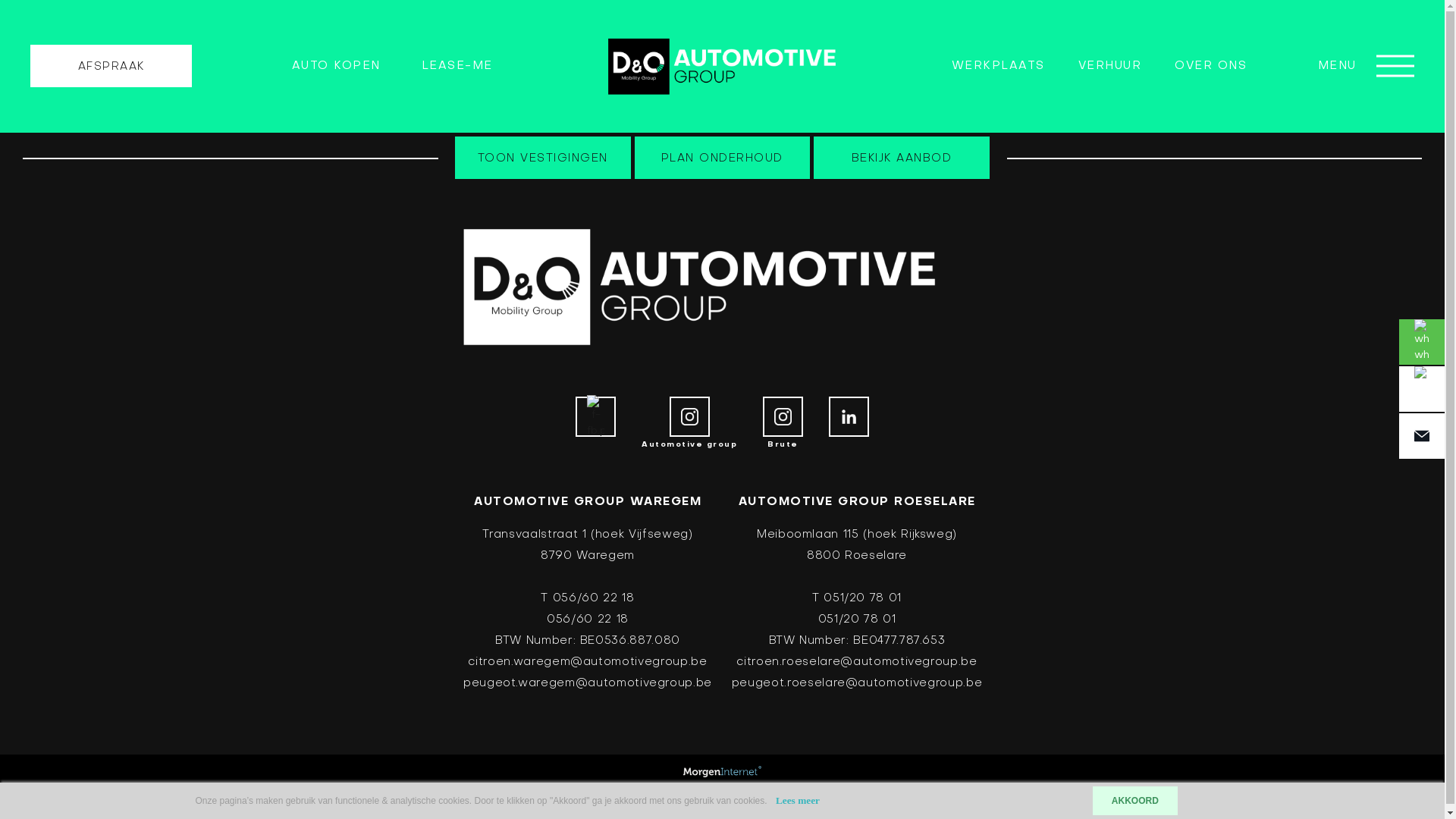 Image resolution: width=1456 pixels, height=819 pixels. I want to click on 'LEASE-ME', so click(457, 65).